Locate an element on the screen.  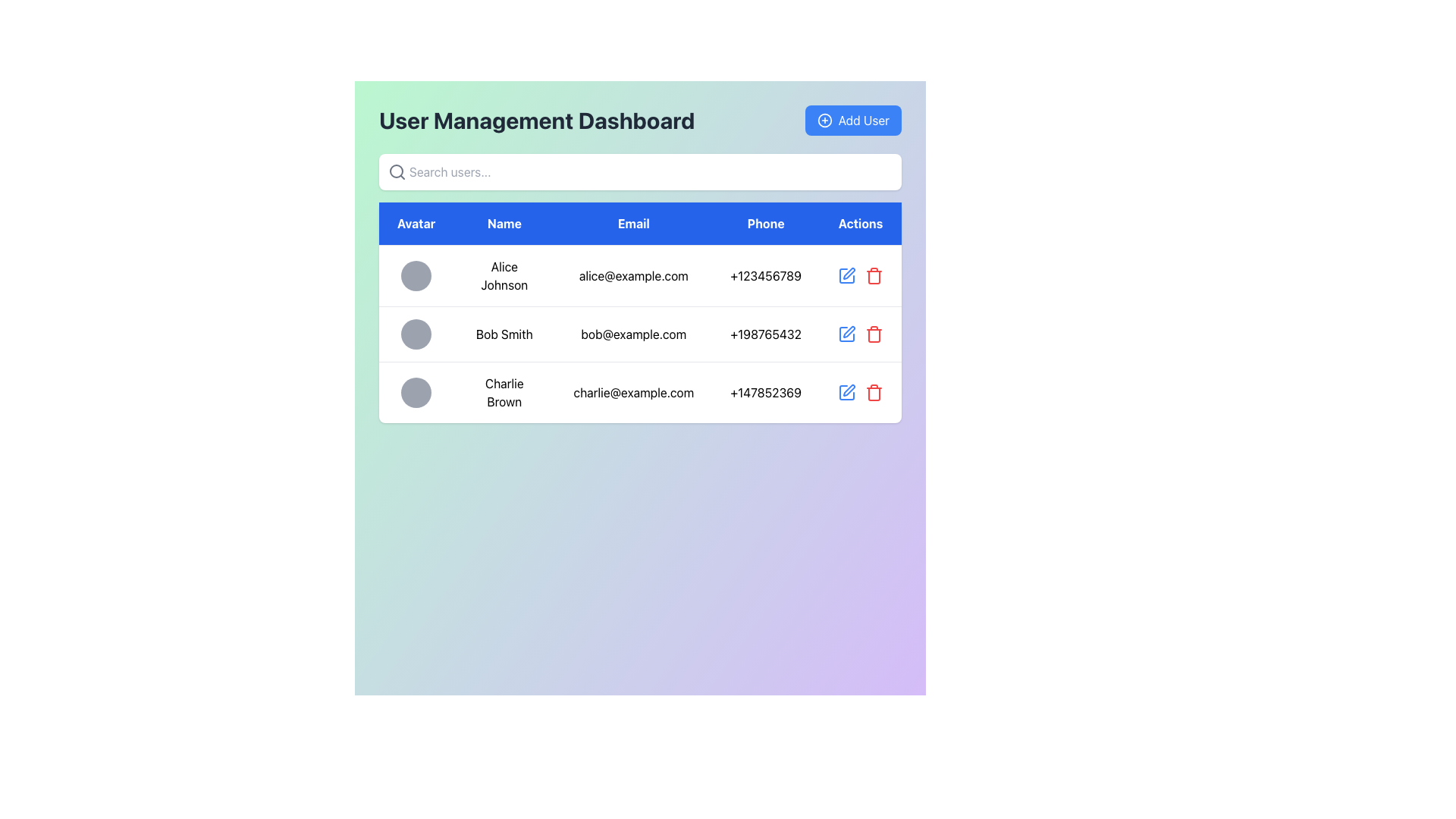
email address displayed in the third row of the table under the 'Email' column, located between 'Charlie Brown' and '+147852369' is located at coordinates (633, 391).